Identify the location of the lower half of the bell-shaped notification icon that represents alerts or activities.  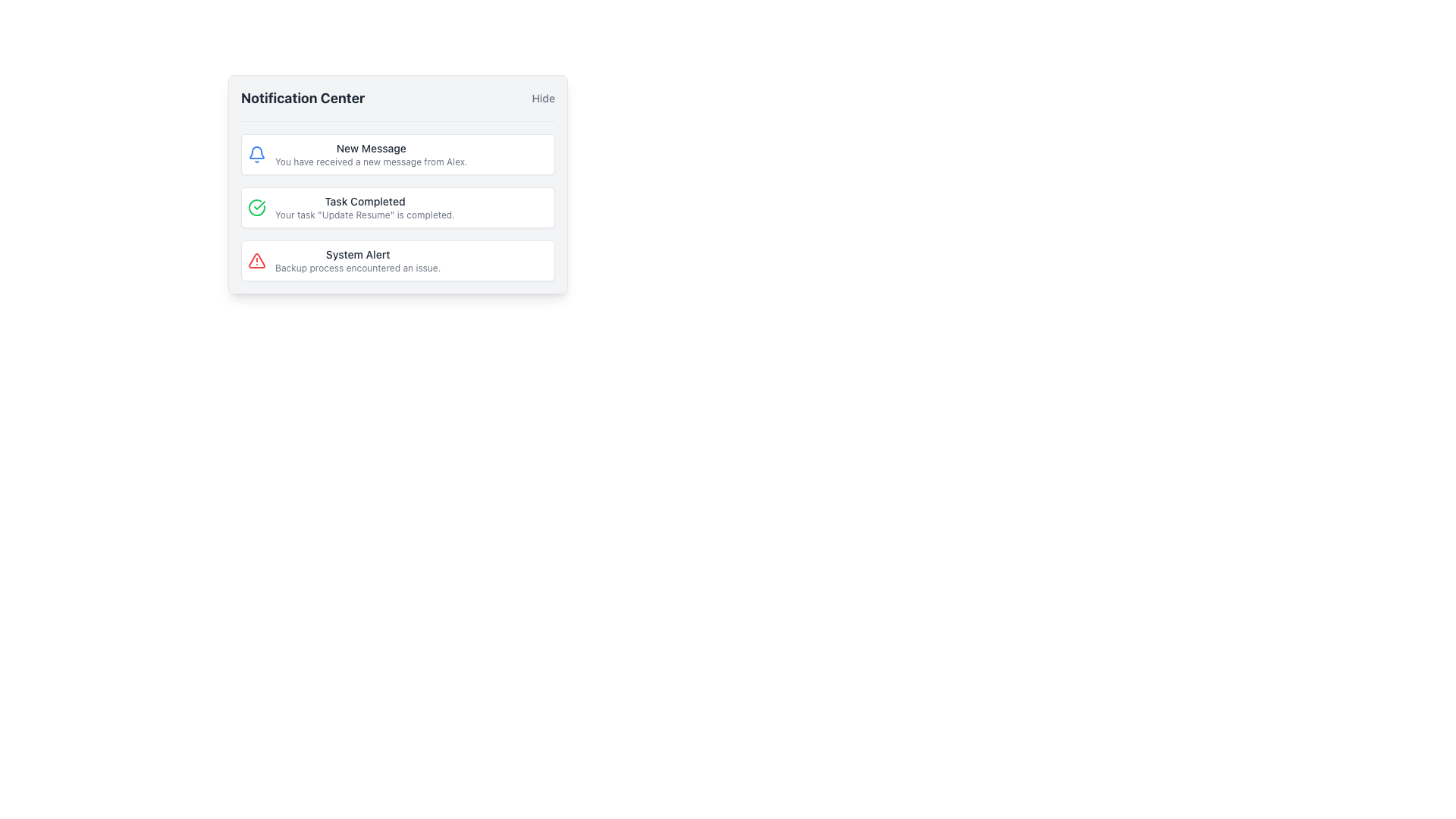
(257, 152).